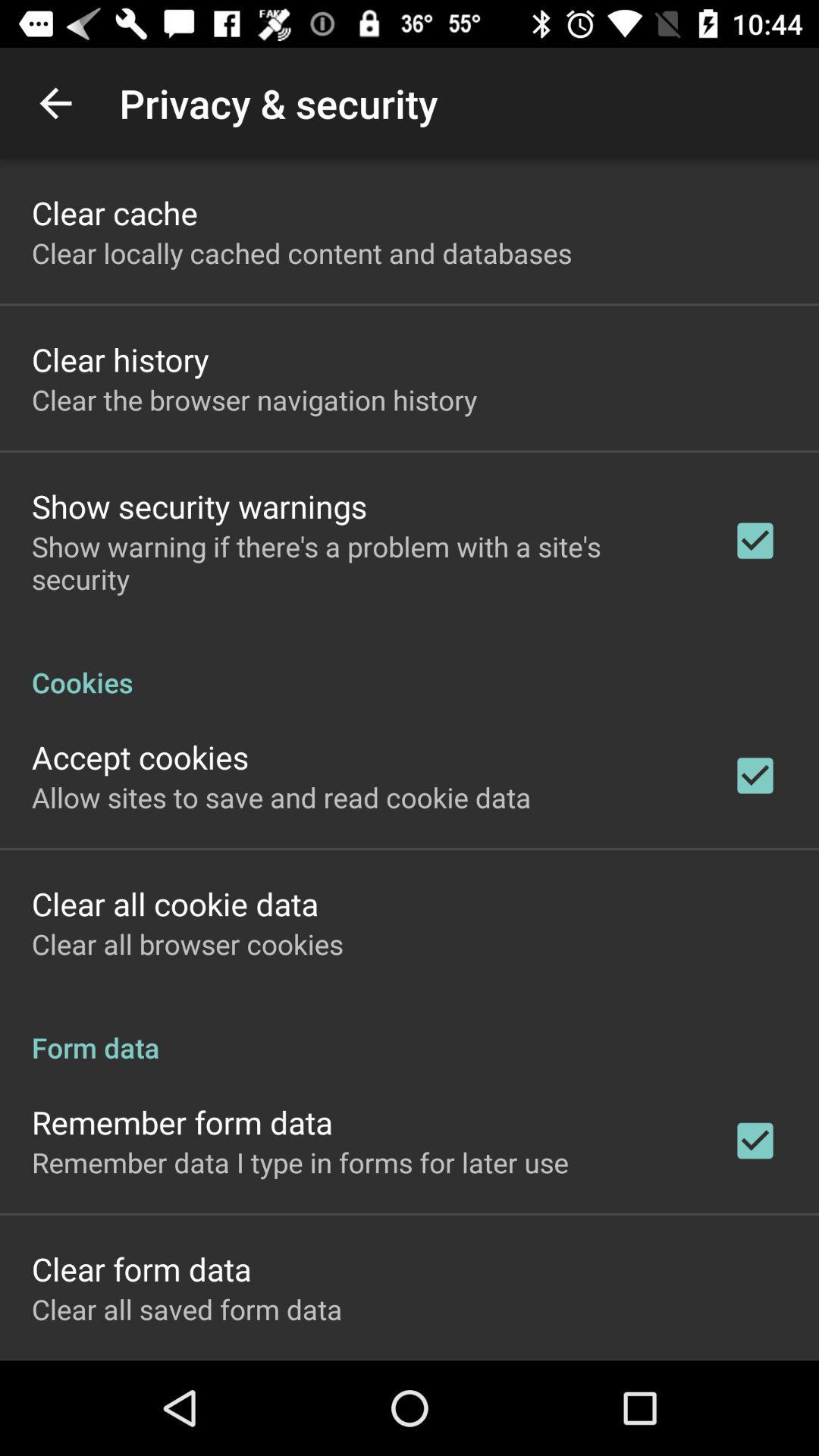 The height and width of the screenshot is (1456, 819). I want to click on app above cookies item, so click(362, 562).